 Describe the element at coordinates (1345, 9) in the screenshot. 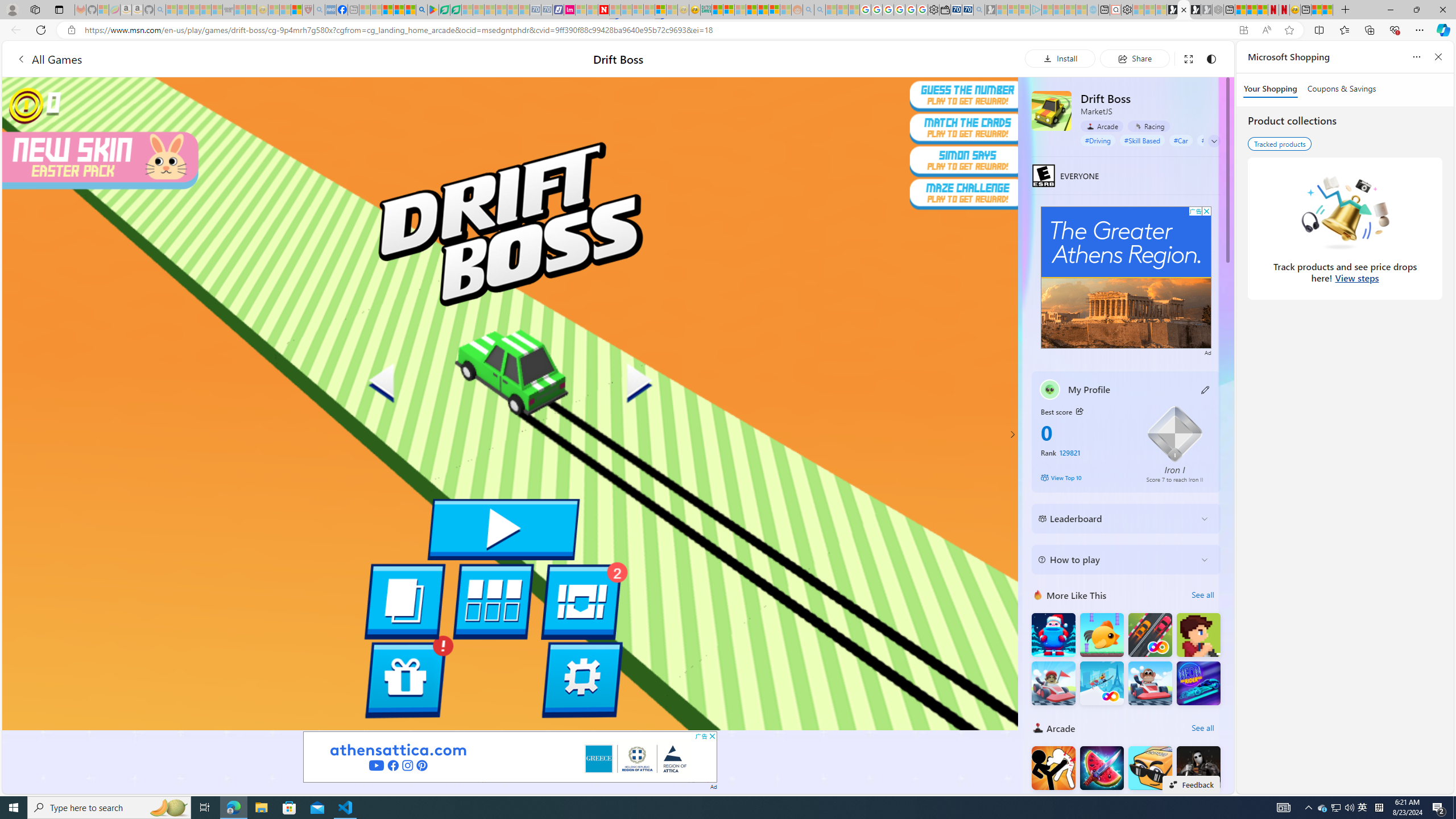

I see `'New Tab'` at that location.